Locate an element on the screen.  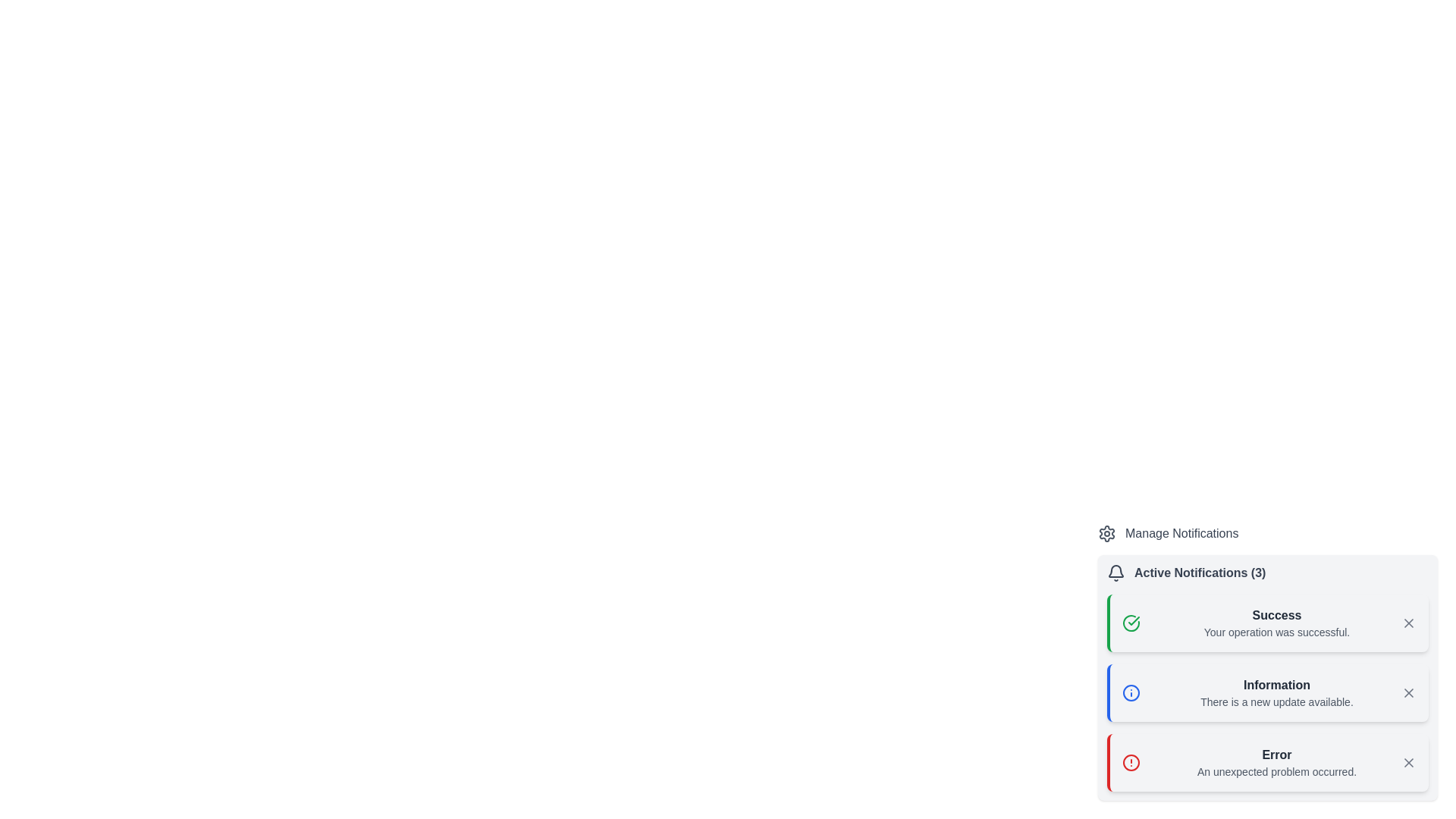
the 'Close' button Icon (SVG) is located at coordinates (1407, 623).